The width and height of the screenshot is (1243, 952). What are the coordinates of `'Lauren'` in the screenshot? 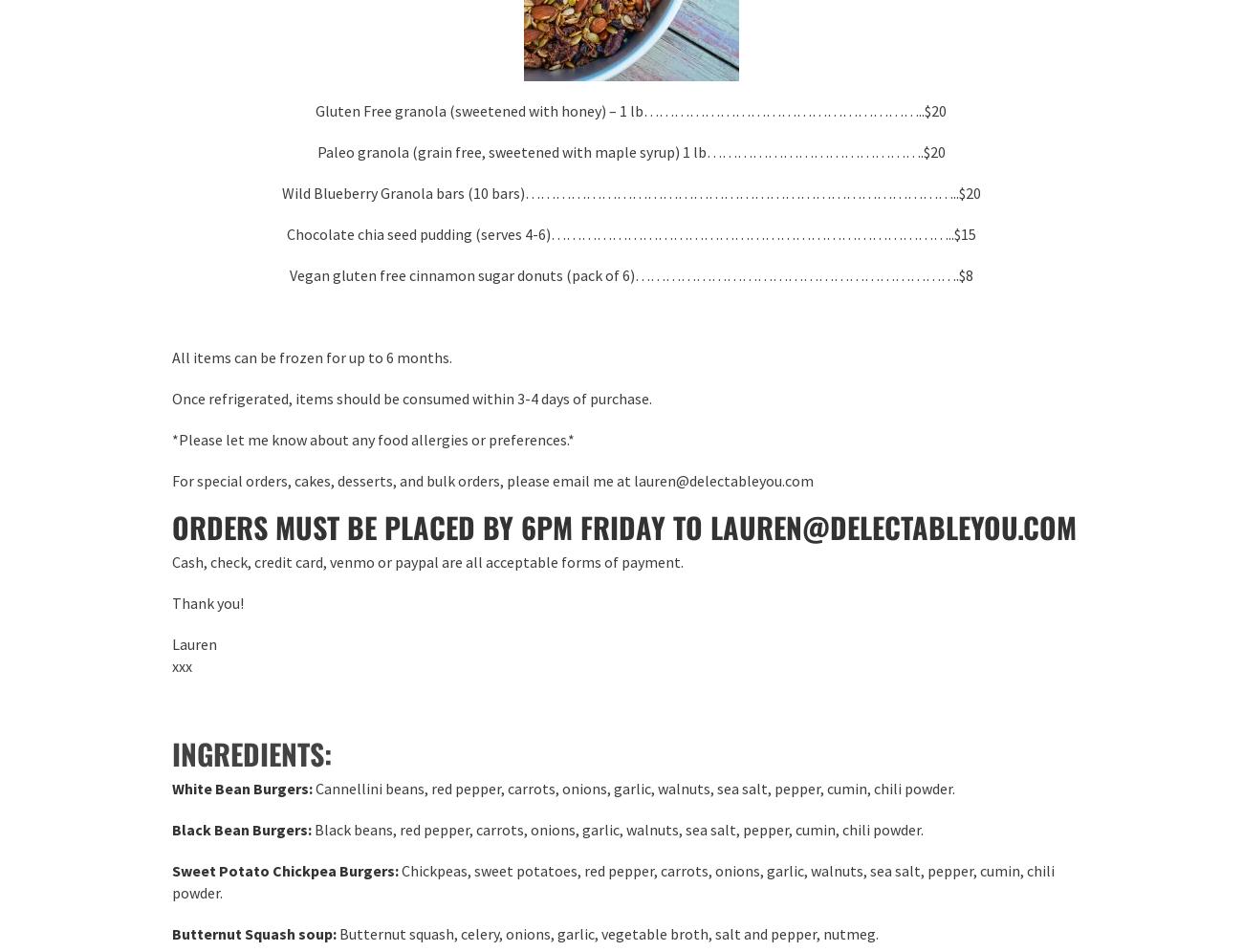 It's located at (194, 643).